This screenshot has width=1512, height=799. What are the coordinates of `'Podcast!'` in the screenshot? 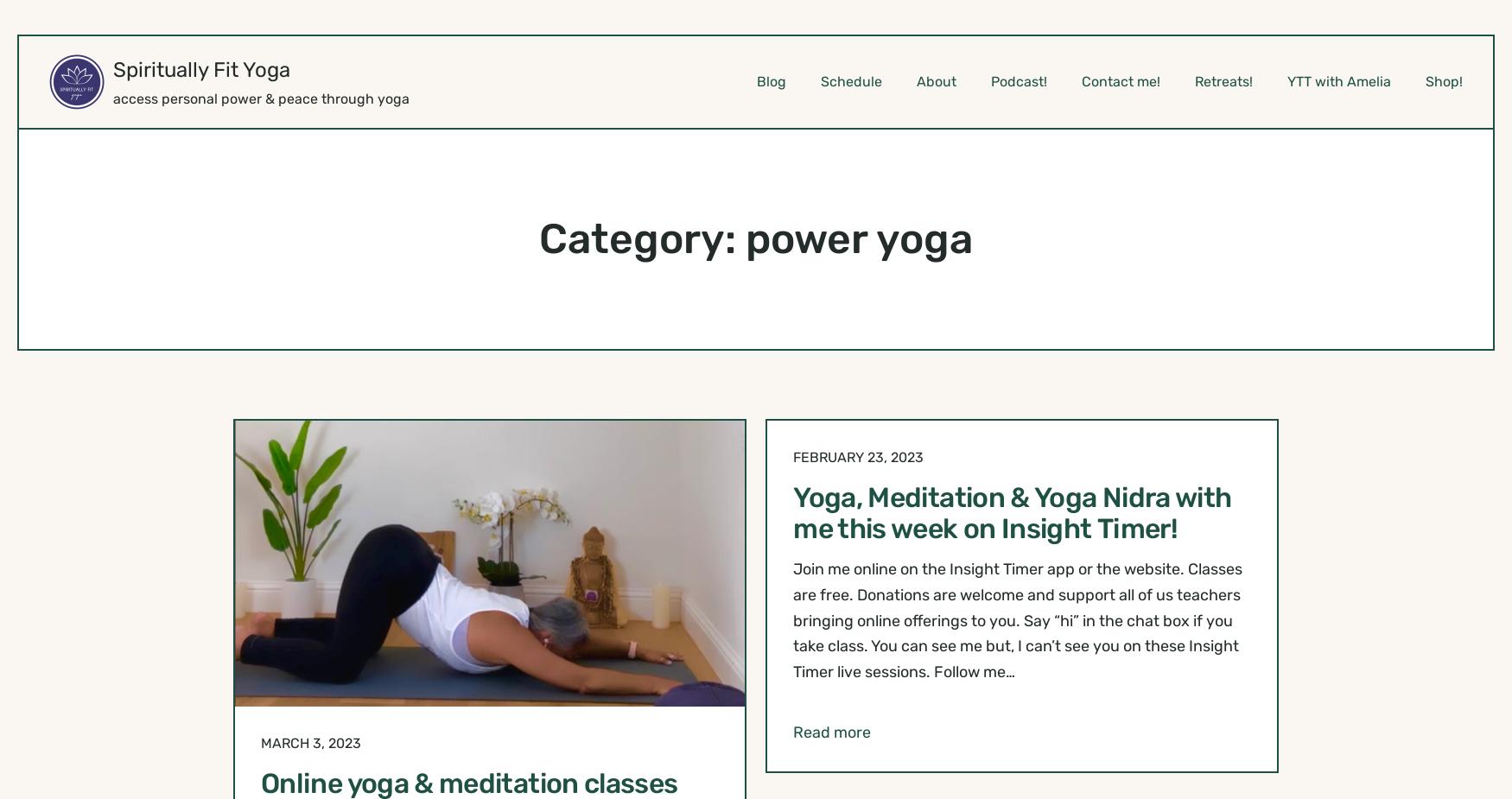 It's located at (1018, 79).